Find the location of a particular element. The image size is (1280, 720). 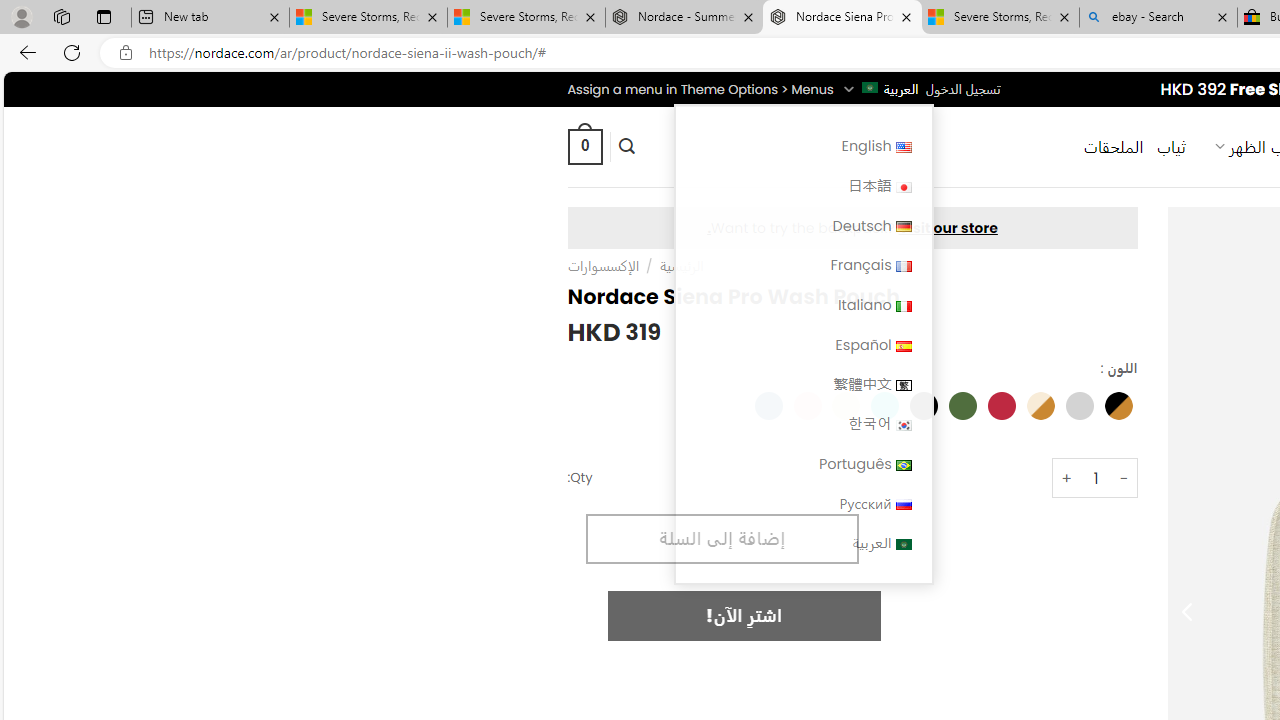

'Personal Profile' is located at coordinates (21, 16).